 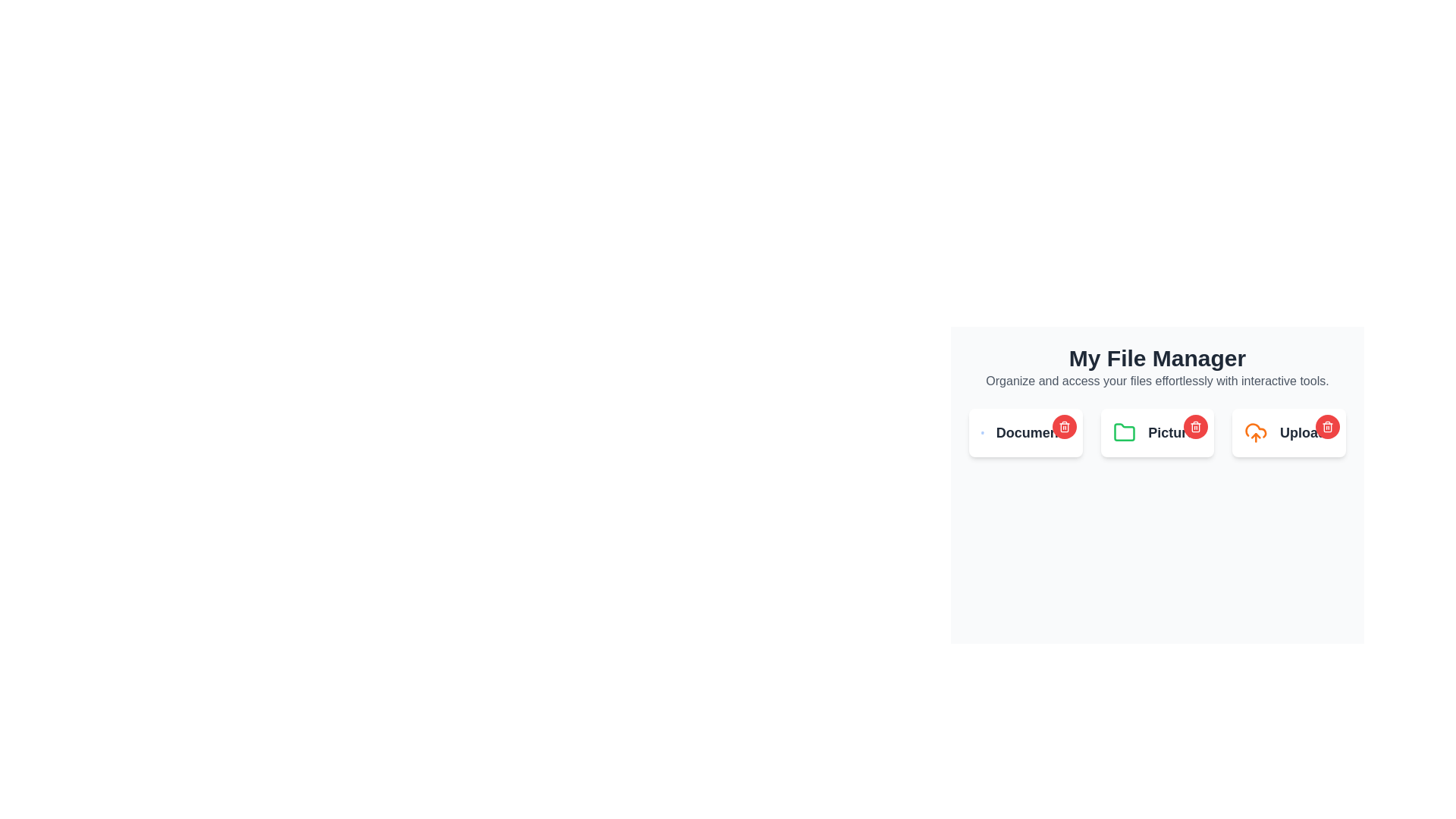 What do you see at coordinates (1063, 427) in the screenshot?
I see `the trash can icon located to the right of the 'Document' button` at bounding box center [1063, 427].